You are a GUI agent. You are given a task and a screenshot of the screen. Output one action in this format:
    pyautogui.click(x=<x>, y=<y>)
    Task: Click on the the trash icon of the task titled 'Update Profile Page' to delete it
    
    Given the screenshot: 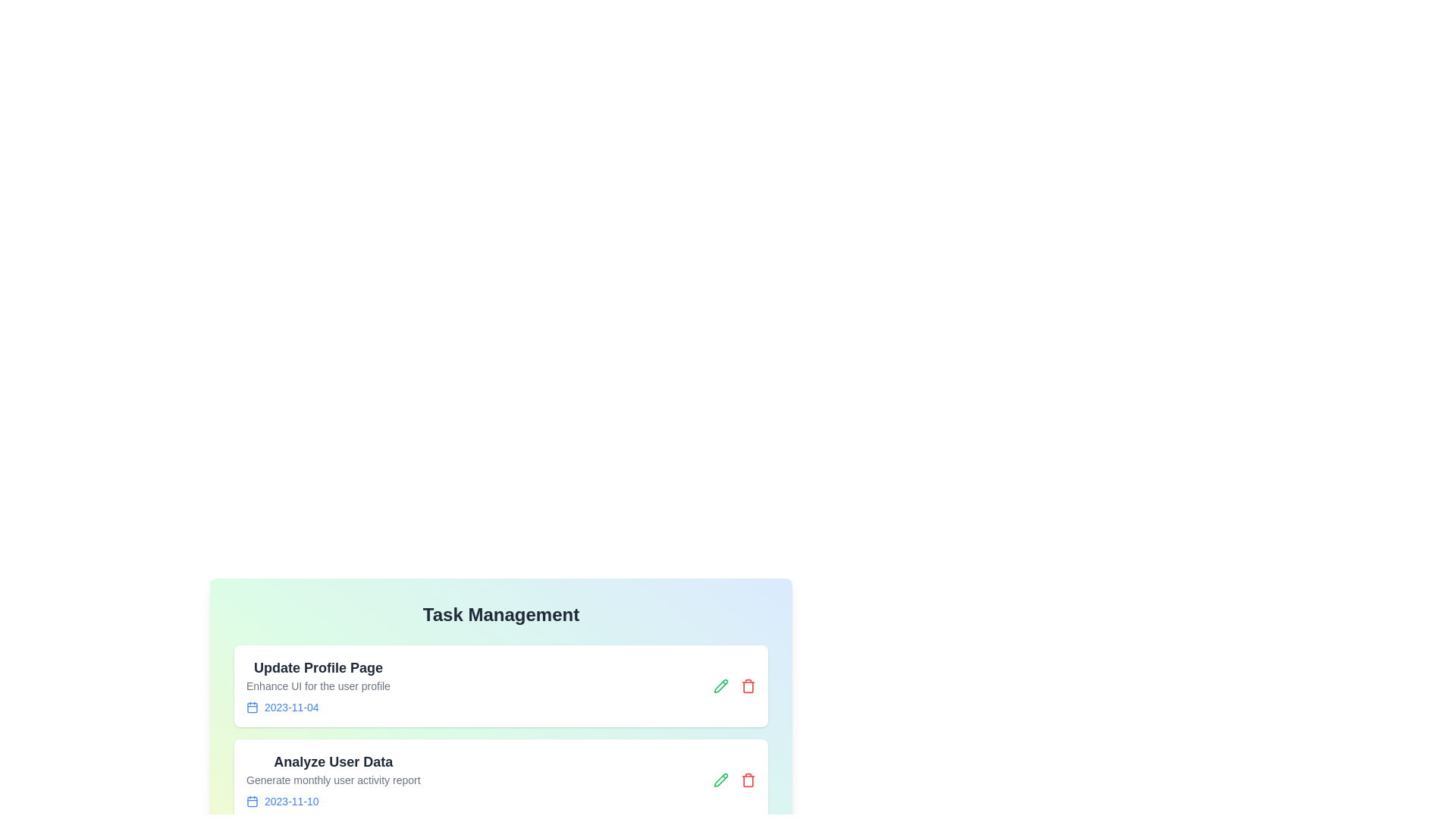 What is the action you would take?
    pyautogui.click(x=748, y=686)
    